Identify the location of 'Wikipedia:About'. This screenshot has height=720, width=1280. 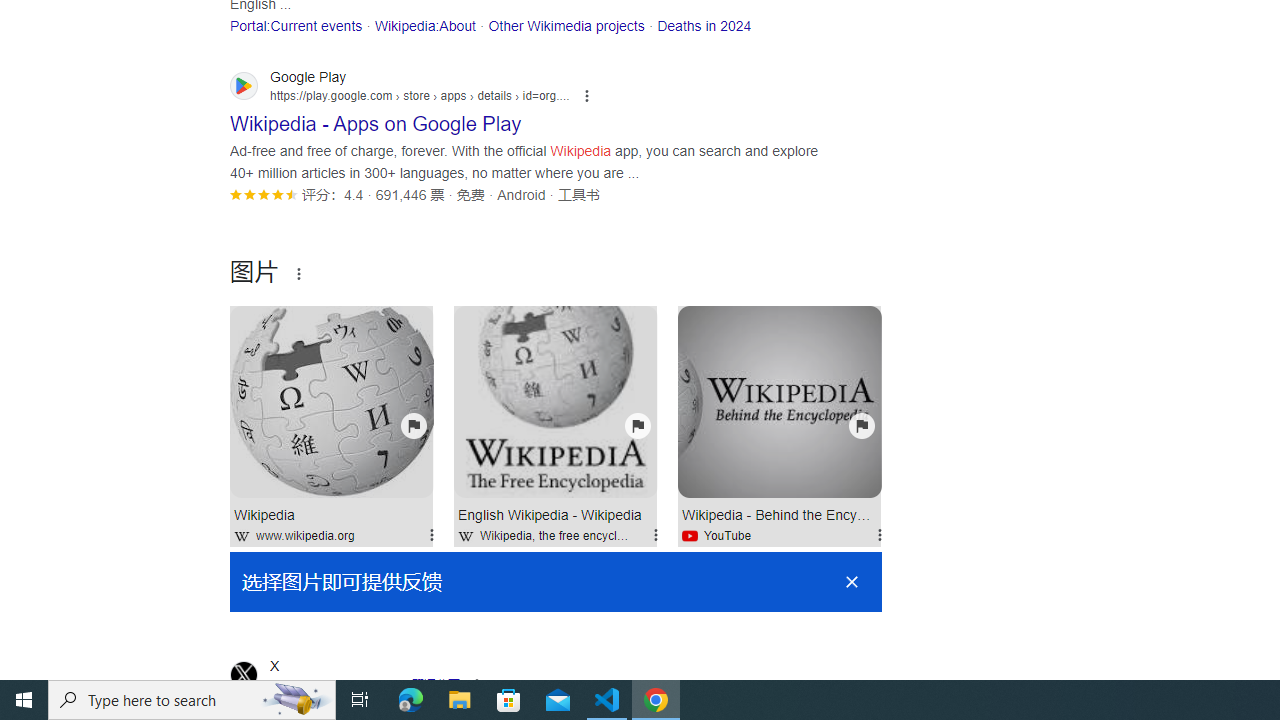
(423, 25).